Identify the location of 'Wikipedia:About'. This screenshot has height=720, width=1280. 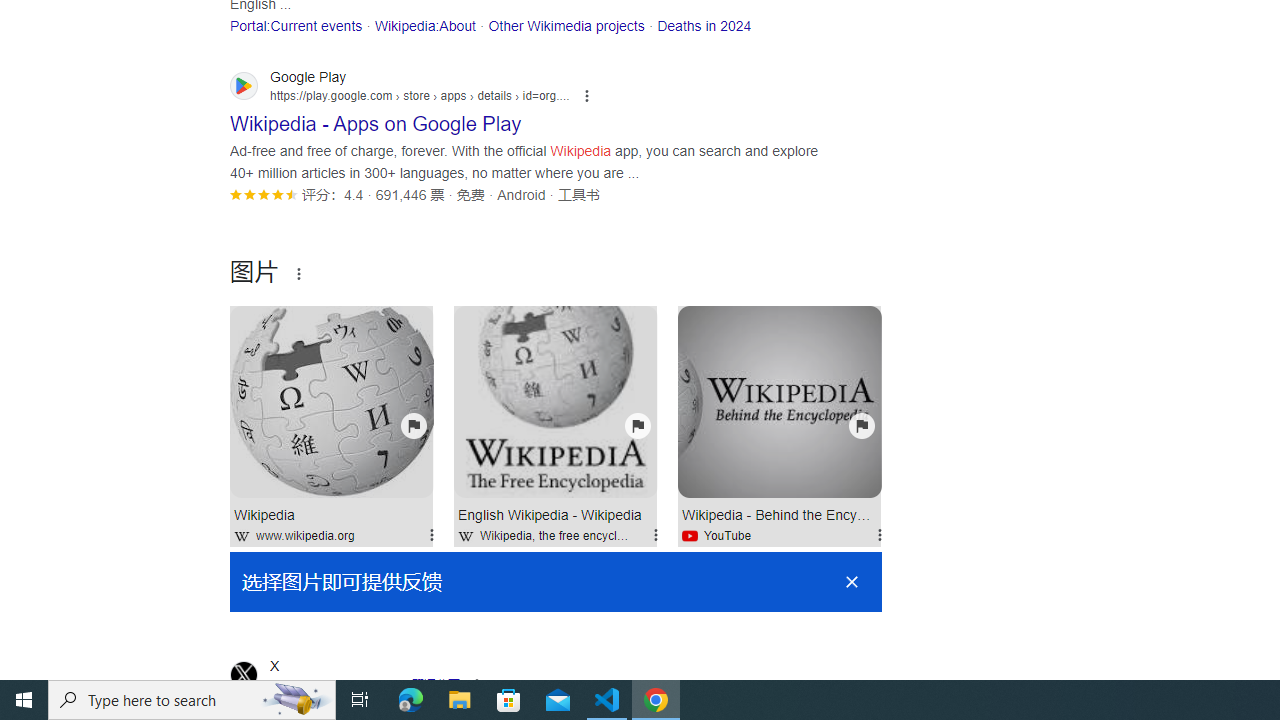
(423, 25).